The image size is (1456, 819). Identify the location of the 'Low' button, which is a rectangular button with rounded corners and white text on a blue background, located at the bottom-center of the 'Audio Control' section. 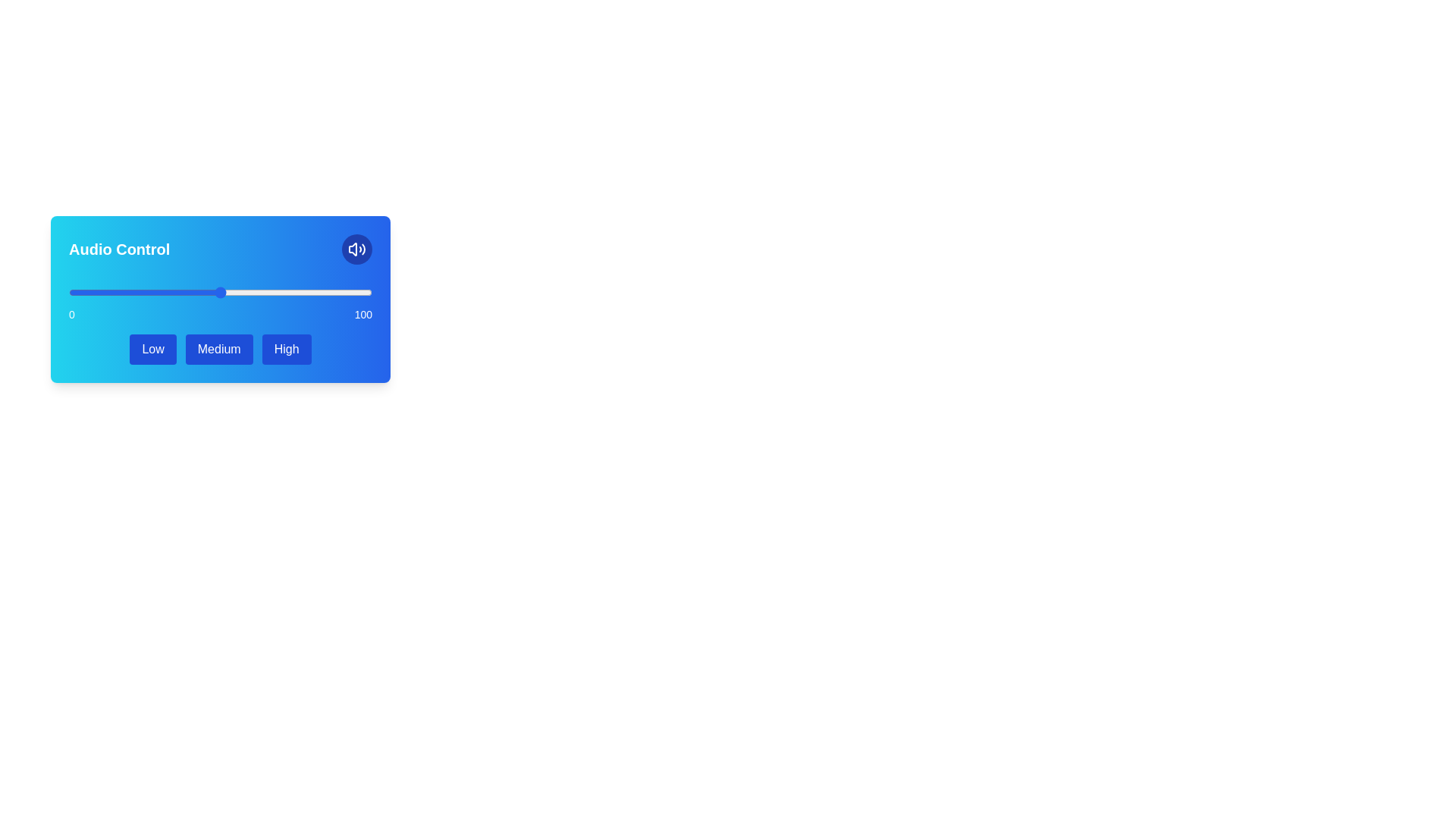
(152, 350).